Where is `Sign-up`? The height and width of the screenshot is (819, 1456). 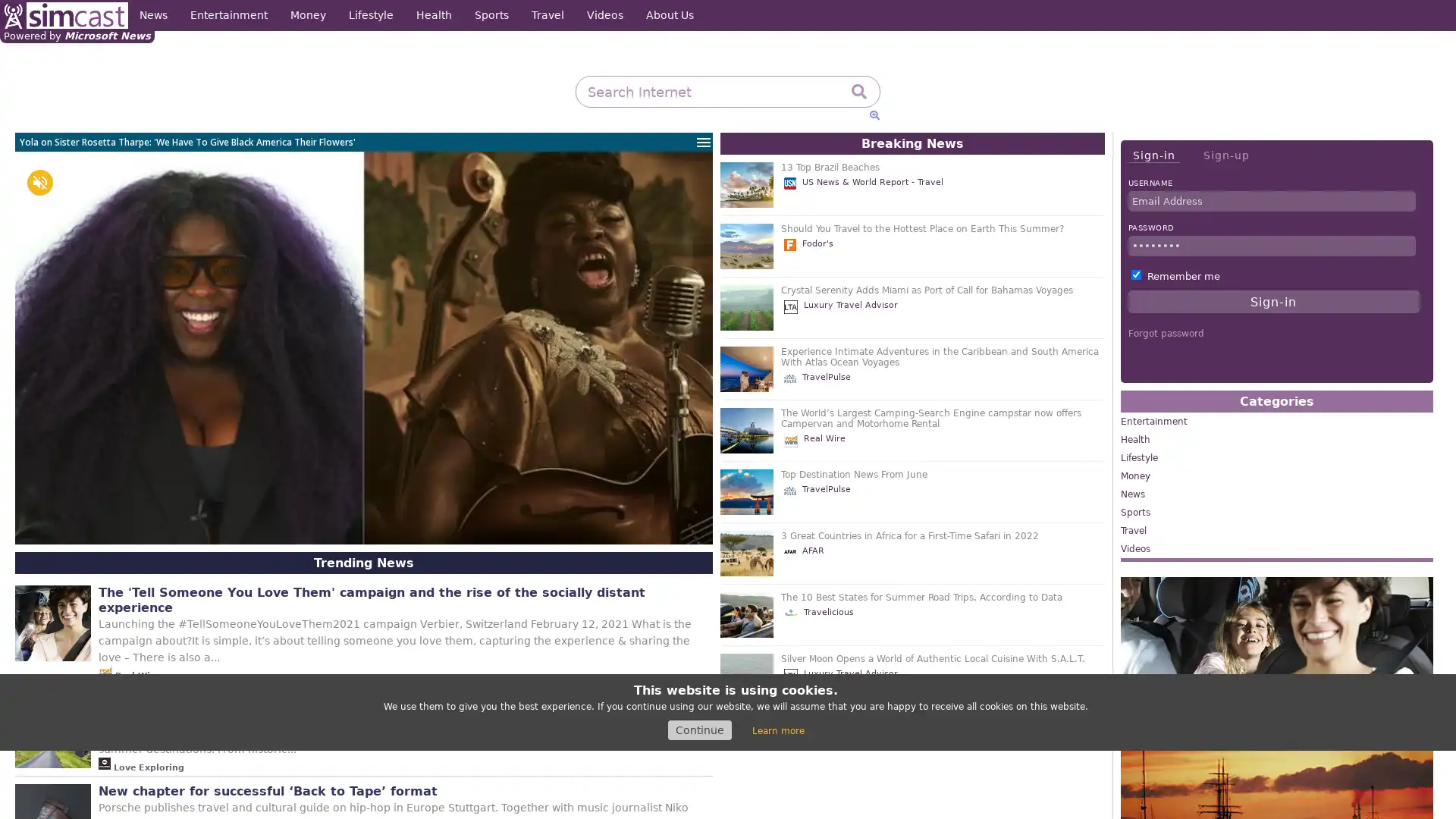
Sign-up is located at coordinates (1225, 155).